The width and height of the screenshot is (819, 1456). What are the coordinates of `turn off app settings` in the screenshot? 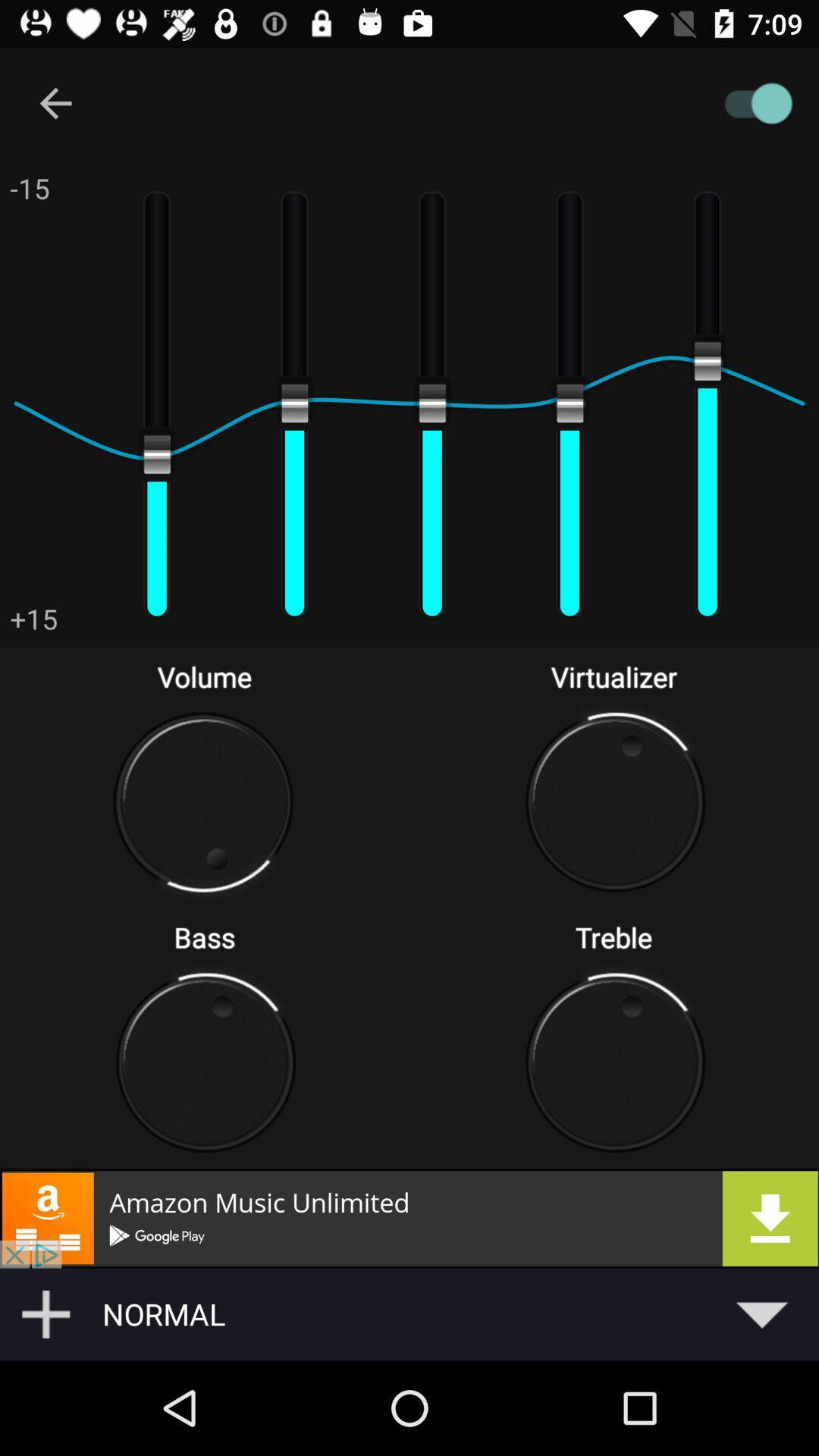 It's located at (481, 102).